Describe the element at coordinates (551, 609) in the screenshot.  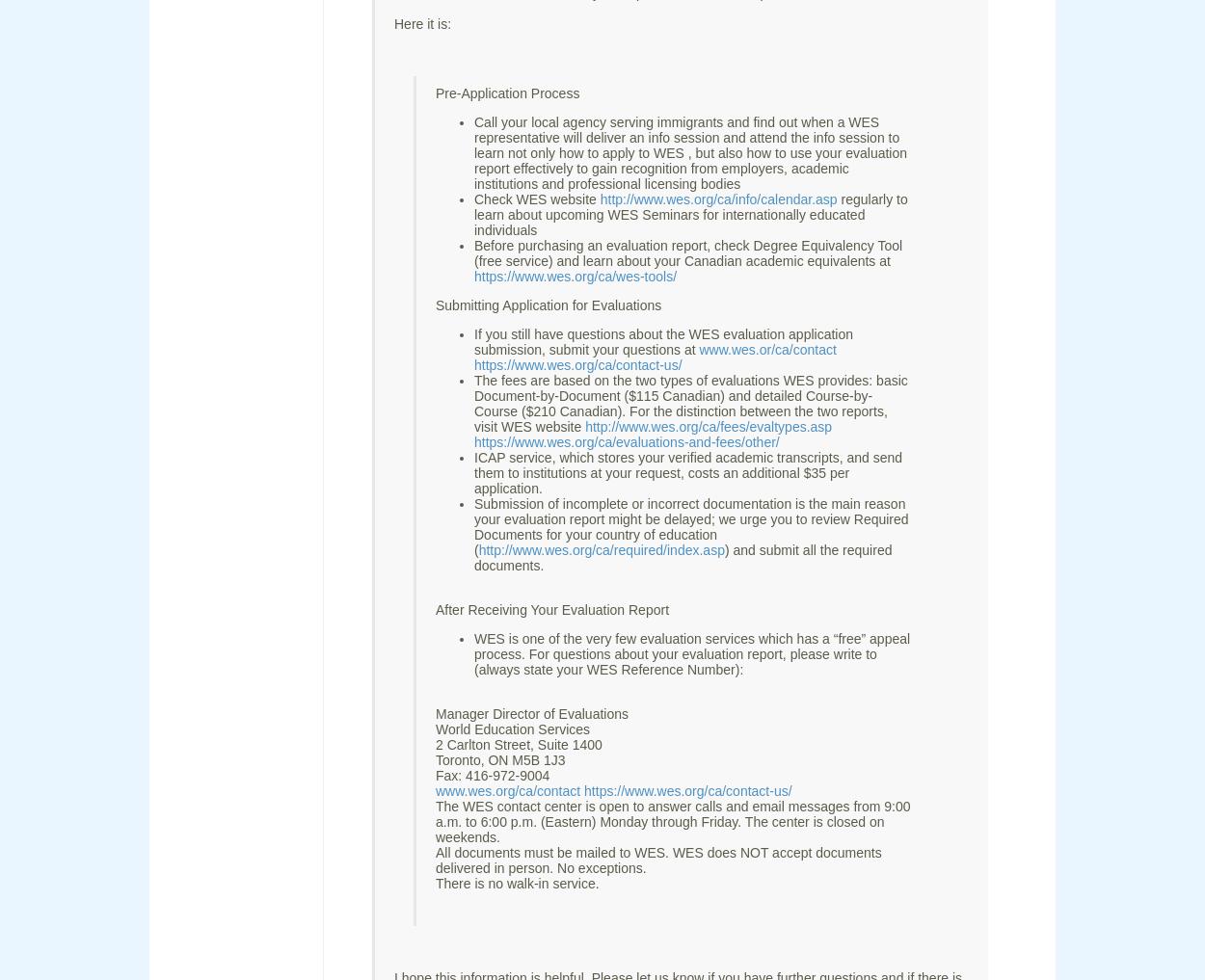
I see `'After Receiving Your Evaluation Report'` at that location.